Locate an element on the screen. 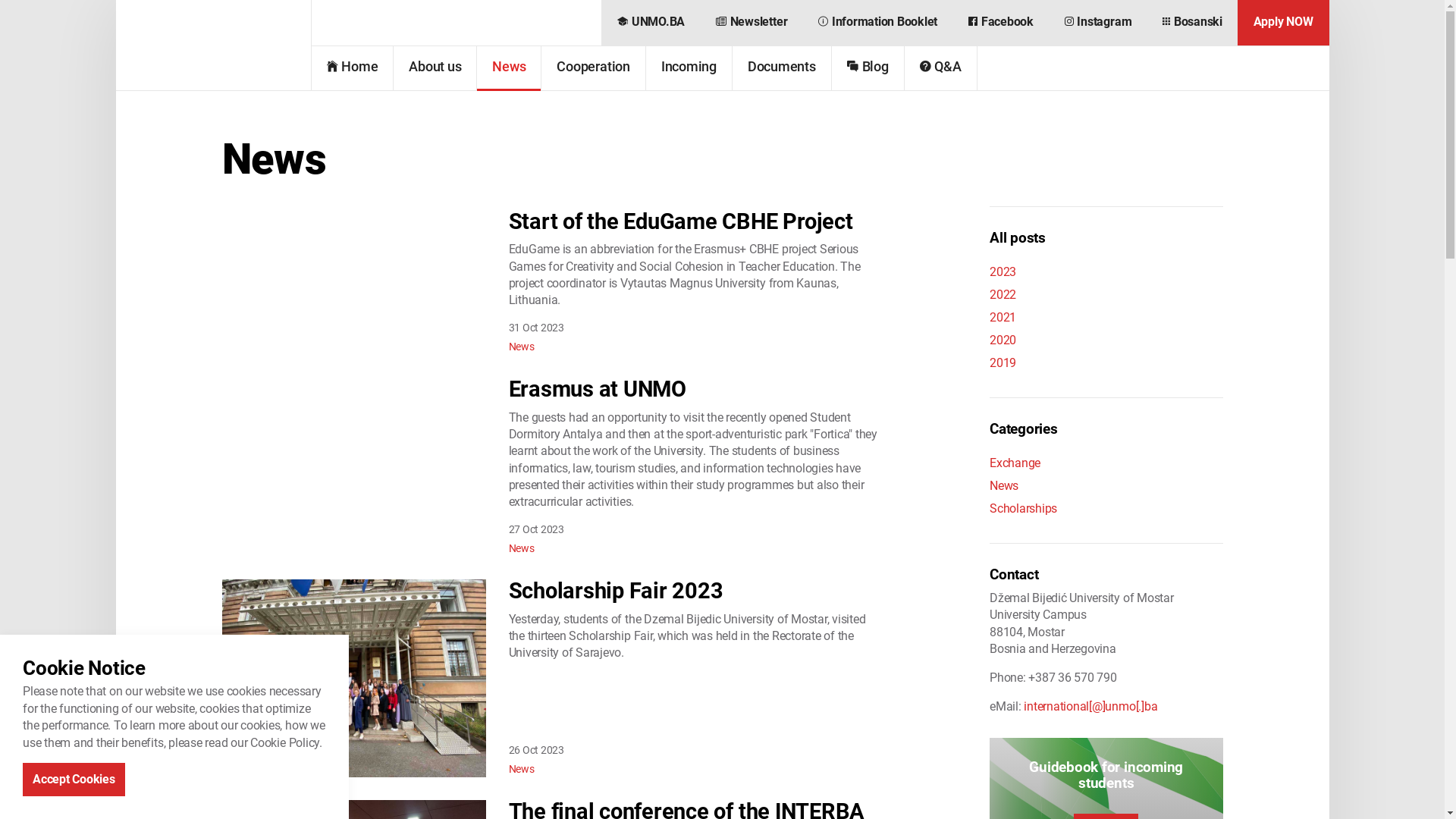 The width and height of the screenshot is (1456, 819). 'Cooperation' is located at coordinates (592, 67).